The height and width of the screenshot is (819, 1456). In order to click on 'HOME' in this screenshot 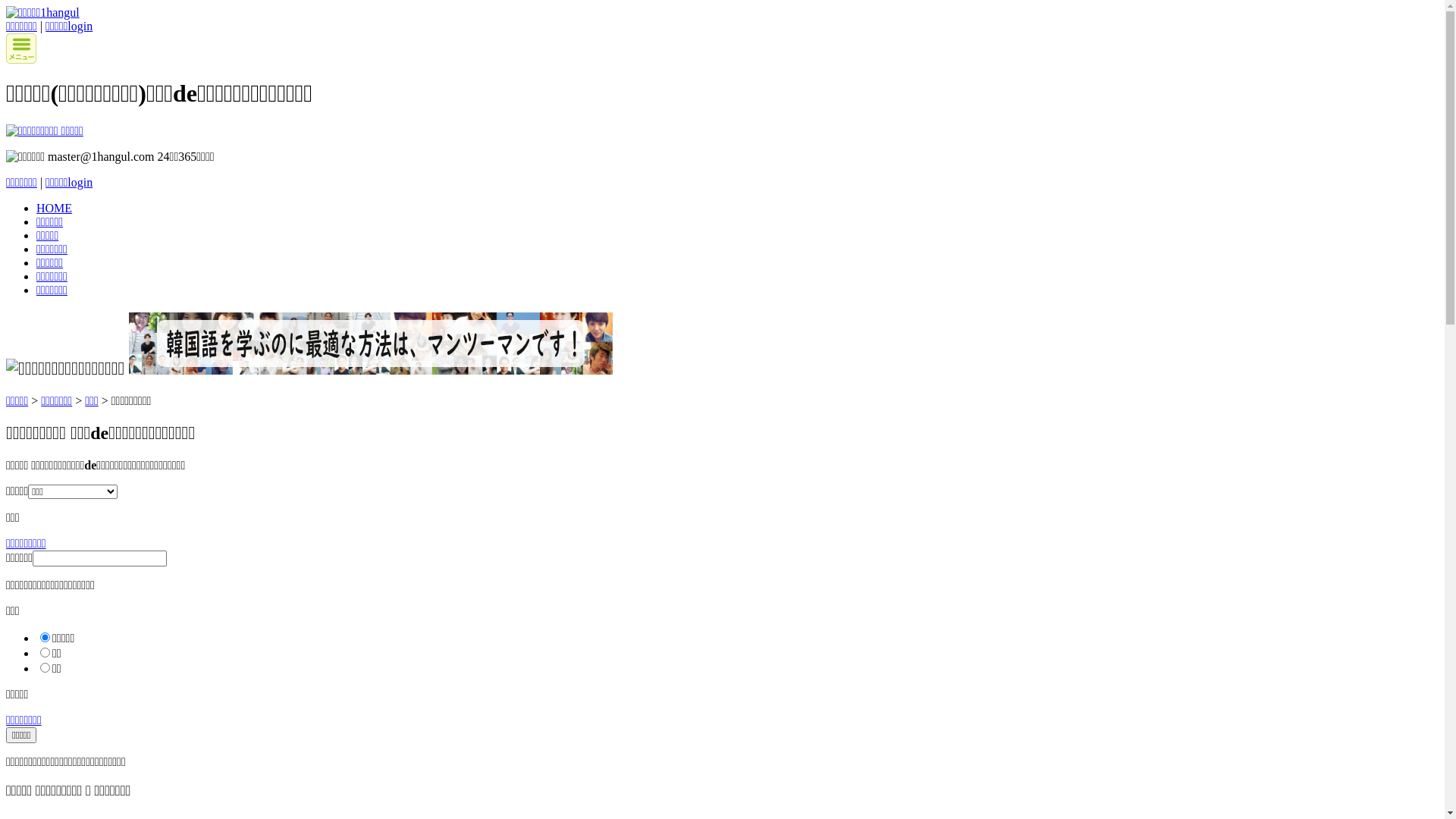, I will do `click(54, 208)`.